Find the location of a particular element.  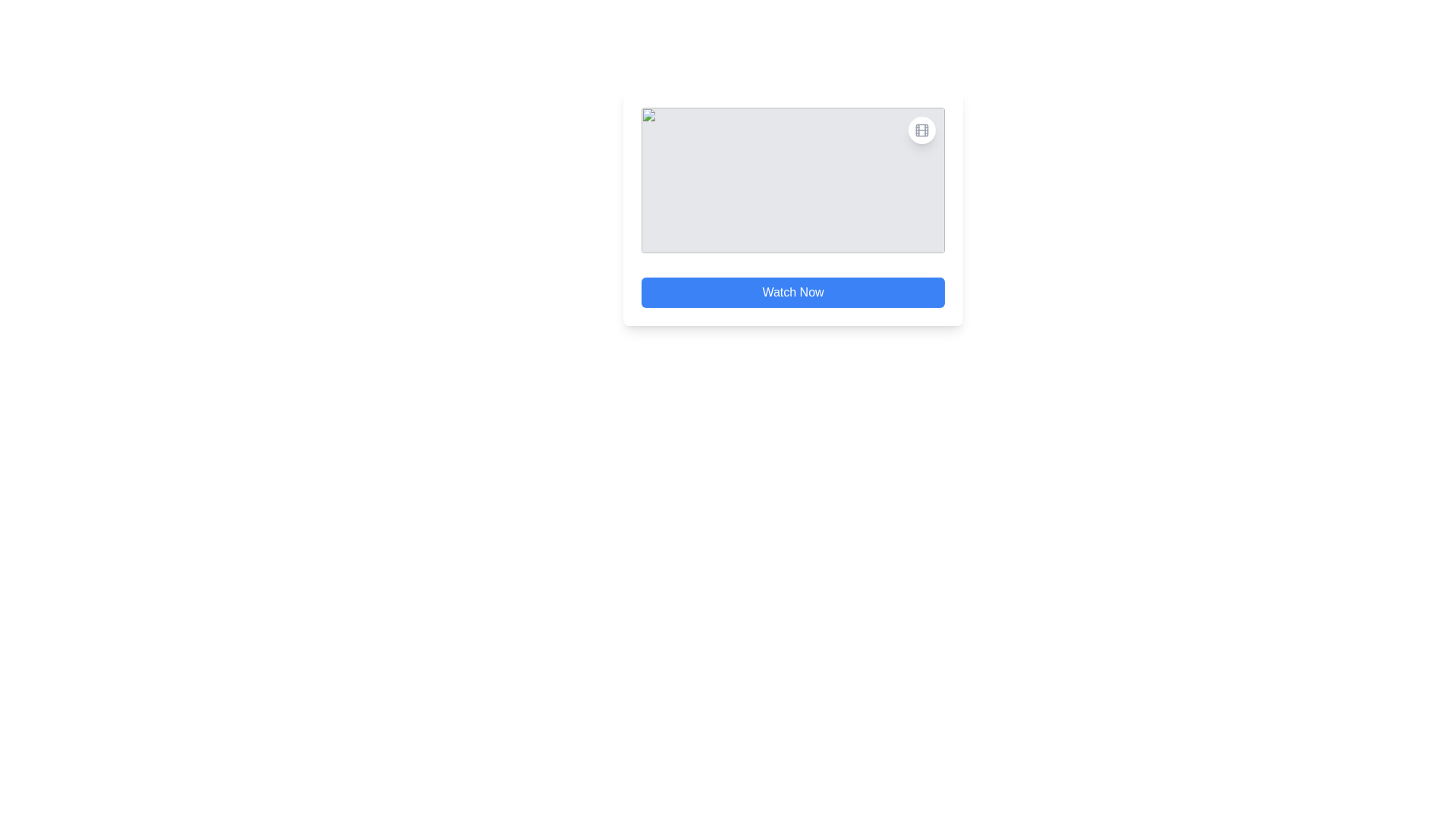

the action trigger button located in the top-right corner of the gray rectangular card with a rounded border is located at coordinates (921, 130).